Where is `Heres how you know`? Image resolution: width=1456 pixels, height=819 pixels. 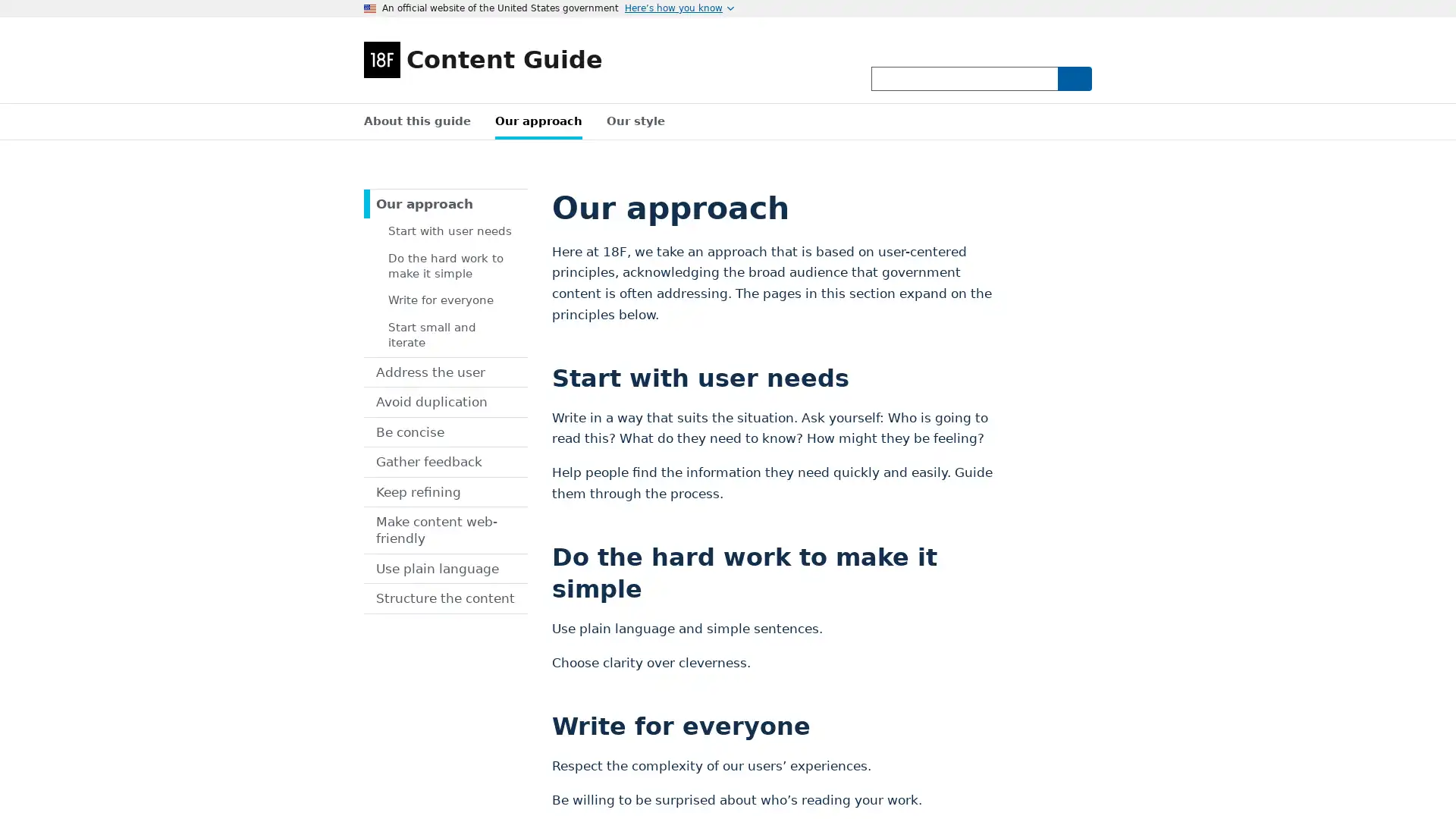
Heres how you know is located at coordinates (679, 8).